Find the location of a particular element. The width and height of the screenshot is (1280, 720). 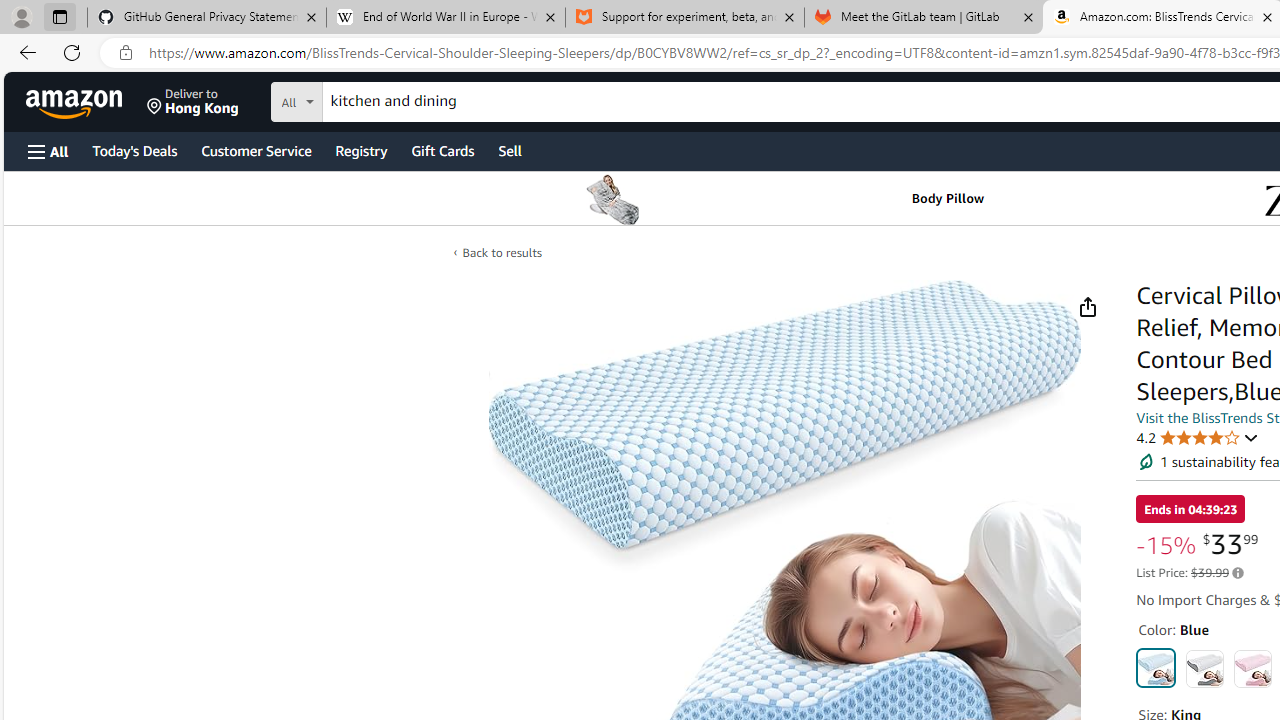

'Pink' is located at coordinates (1251, 668).